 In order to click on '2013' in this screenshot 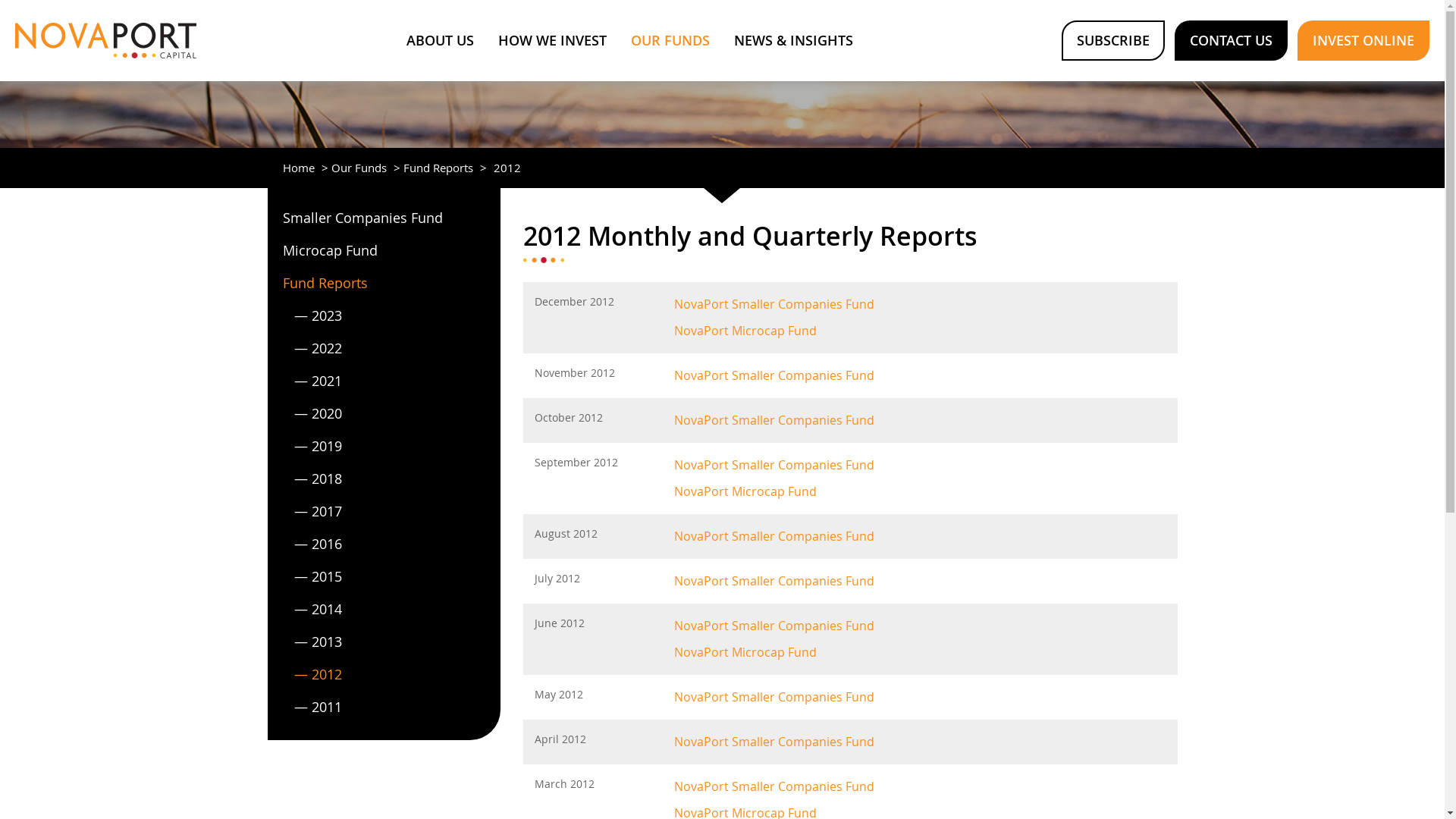, I will do `click(383, 636)`.